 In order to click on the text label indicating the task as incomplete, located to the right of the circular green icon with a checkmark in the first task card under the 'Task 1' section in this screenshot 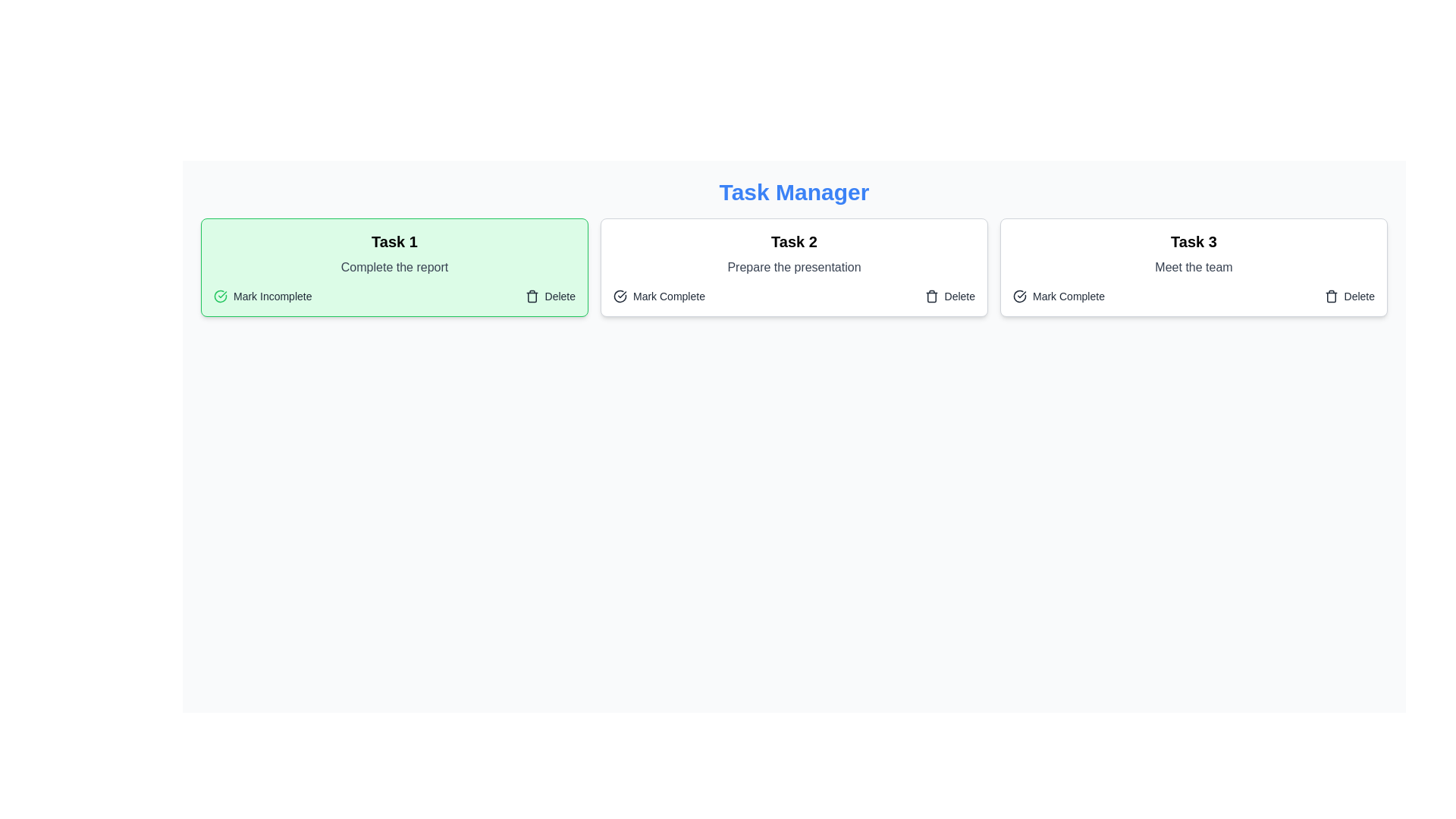, I will do `click(272, 296)`.